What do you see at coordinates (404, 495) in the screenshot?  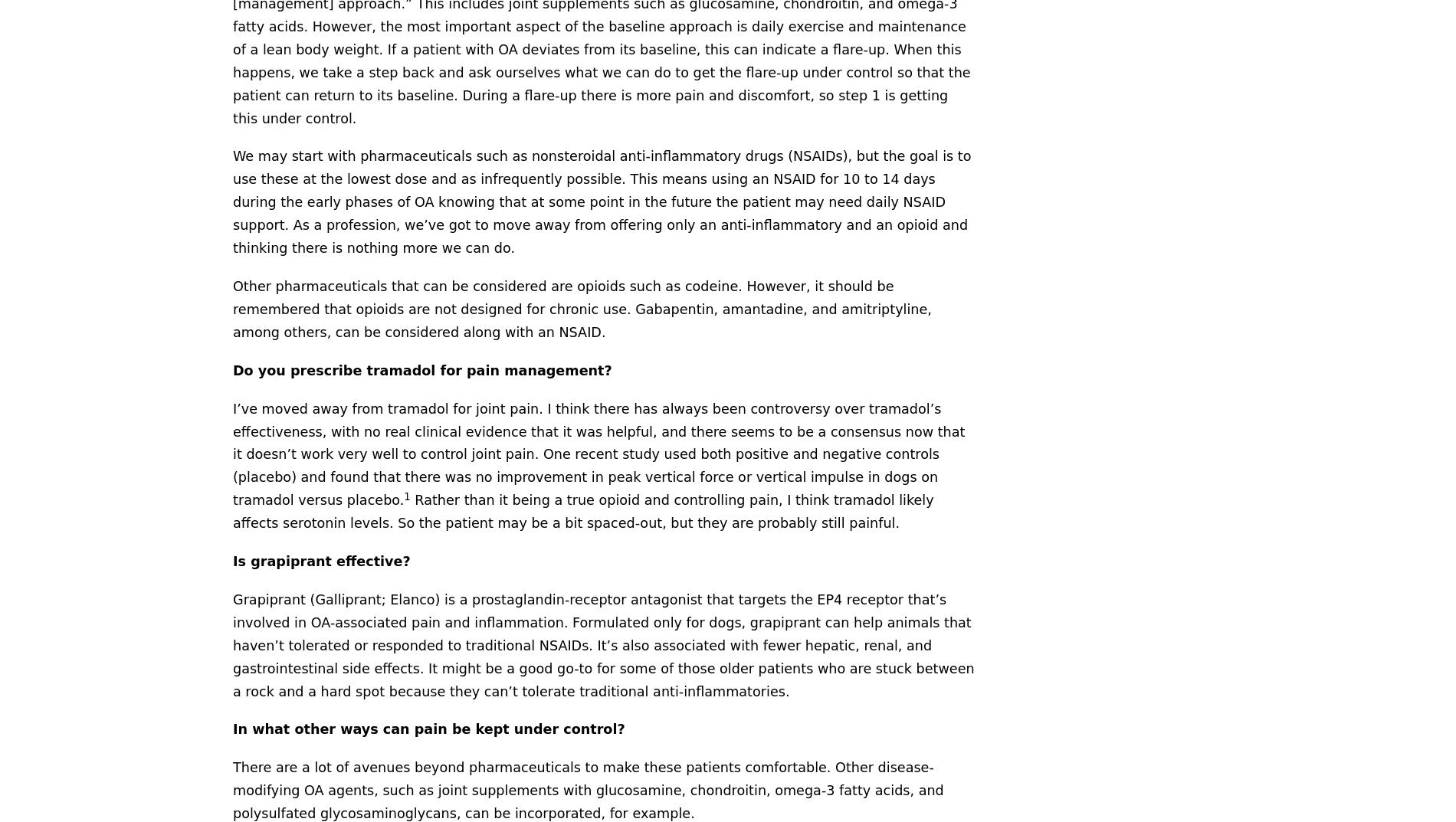 I see `'1'` at bounding box center [404, 495].